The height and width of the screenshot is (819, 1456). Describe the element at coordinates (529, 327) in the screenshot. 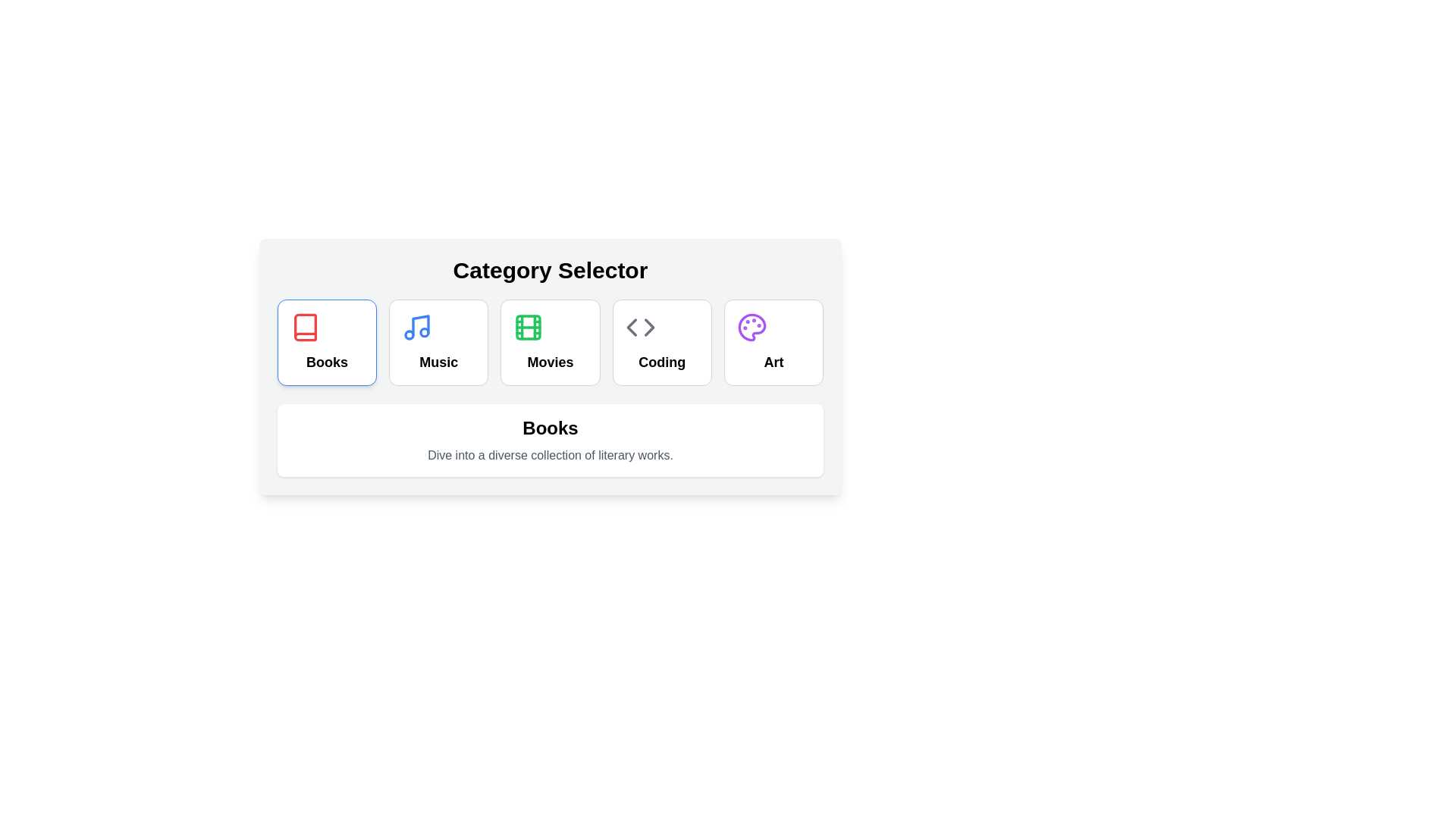

I see `the green rectangle or square component located within the third category icon from the left in the top row of the interface's category section, adjacent to the 'Movies' label` at that location.